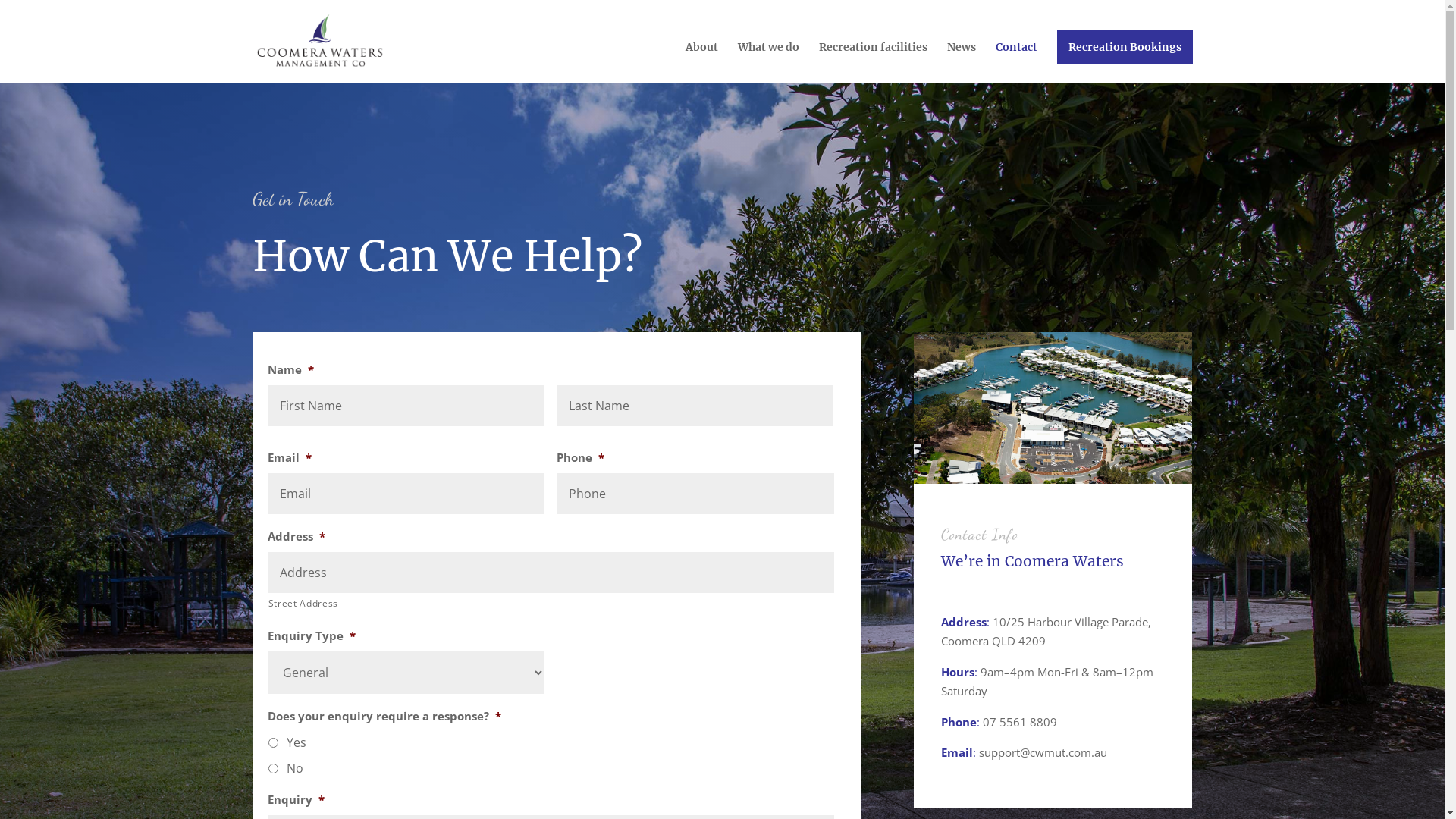 This screenshot has height=819, width=1456. Describe the element at coordinates (873, 61) in the screenshot. I see `'Recreation facilities'` at that location.